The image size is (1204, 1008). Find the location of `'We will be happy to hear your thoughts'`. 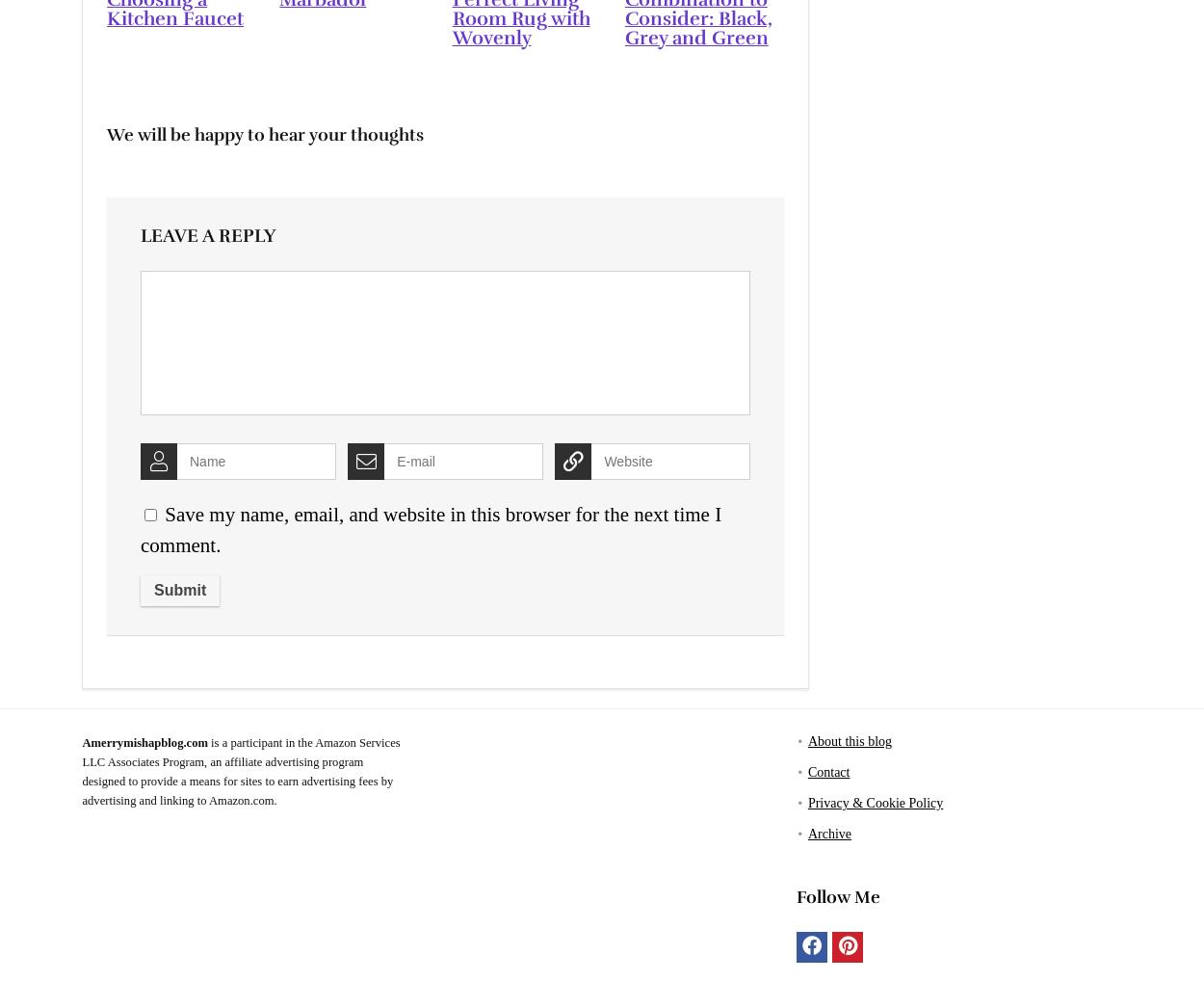

'We will be happy to hear your thoughts' is located at coordinates (265, 133).